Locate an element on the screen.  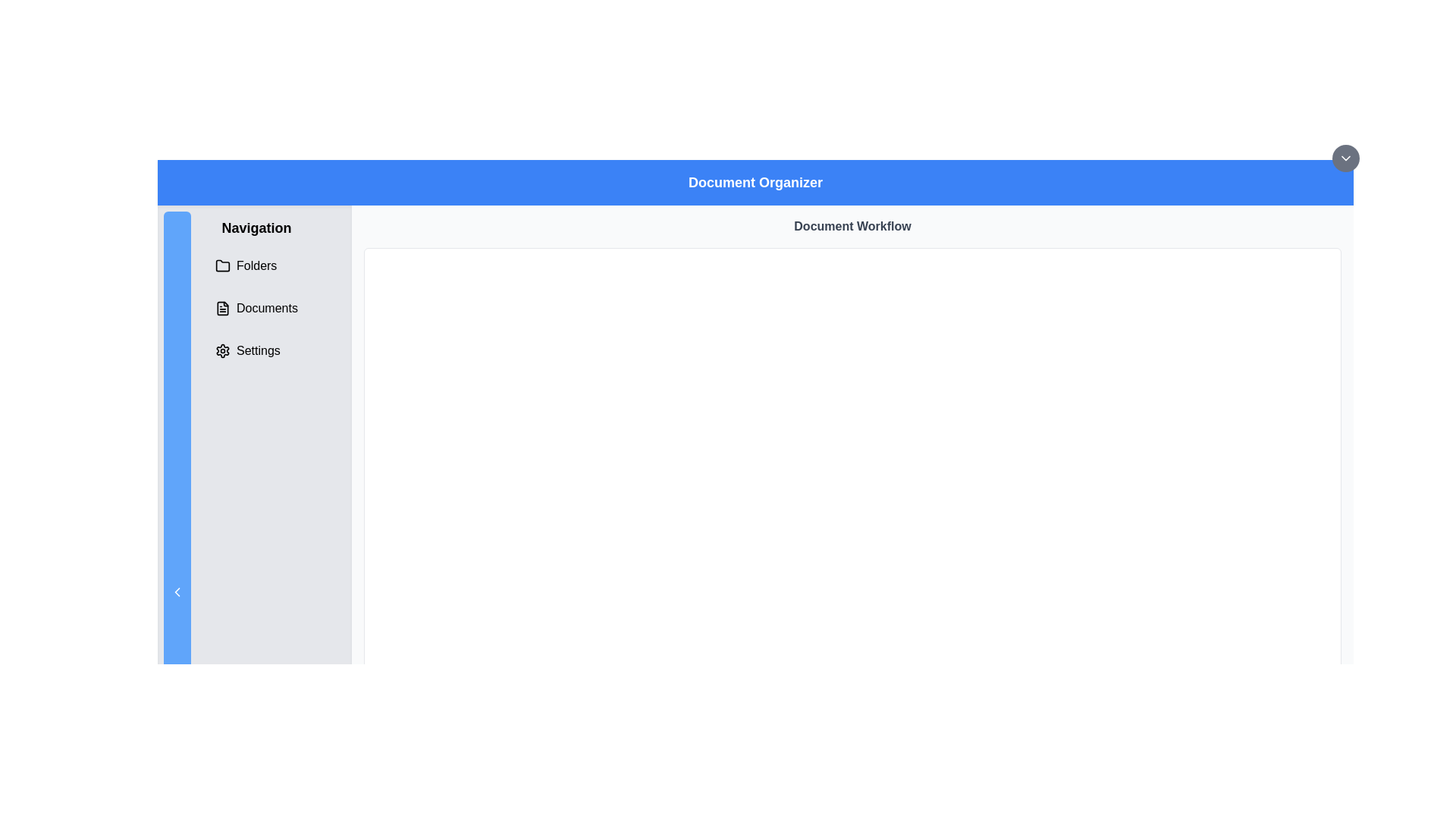
the first item in the vertical navigation menu labeled 'Folders' is located at coordinates (256, 265).